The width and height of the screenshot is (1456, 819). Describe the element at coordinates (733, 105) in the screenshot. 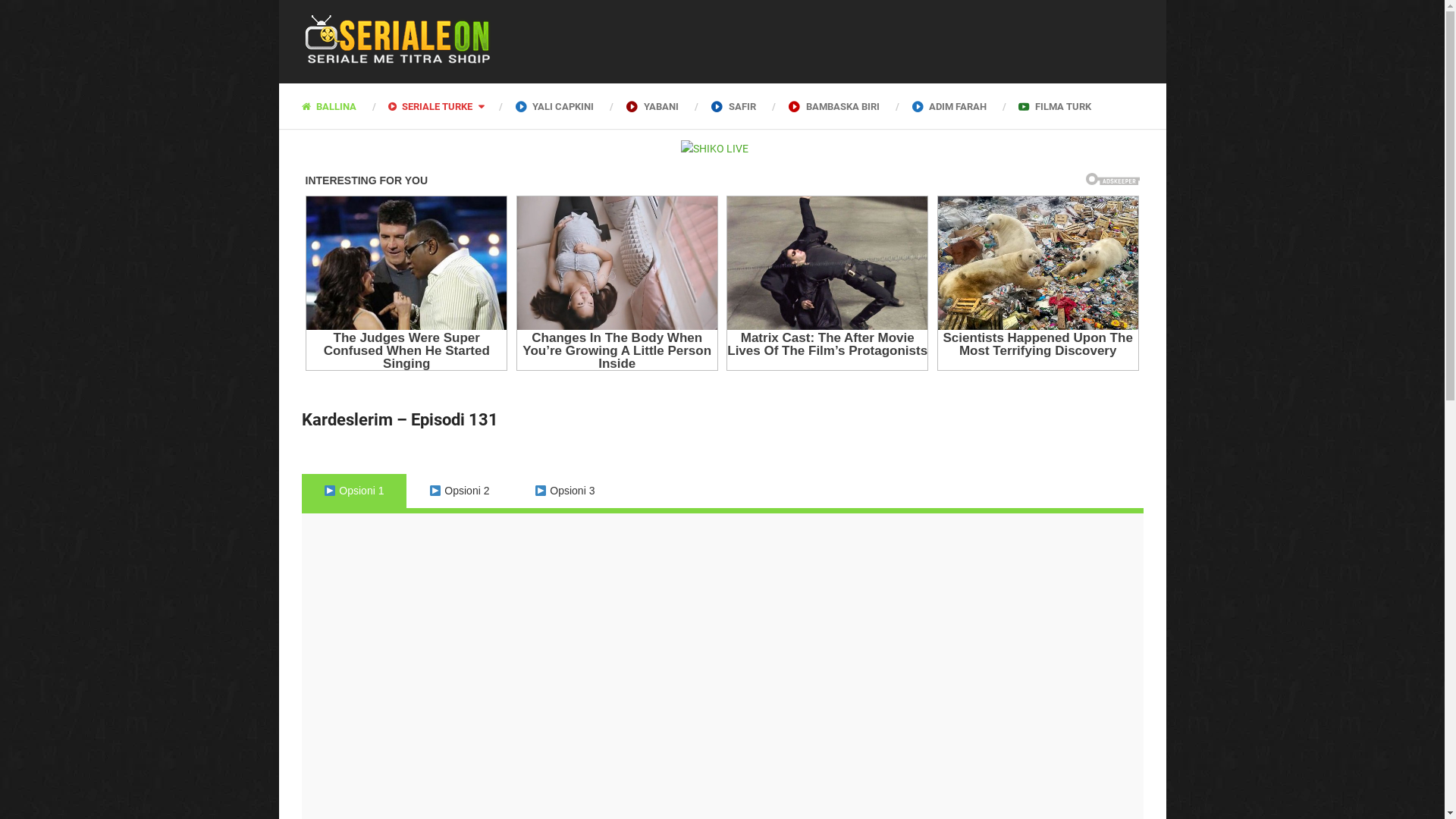

I see `'SAFIR'` at that location.